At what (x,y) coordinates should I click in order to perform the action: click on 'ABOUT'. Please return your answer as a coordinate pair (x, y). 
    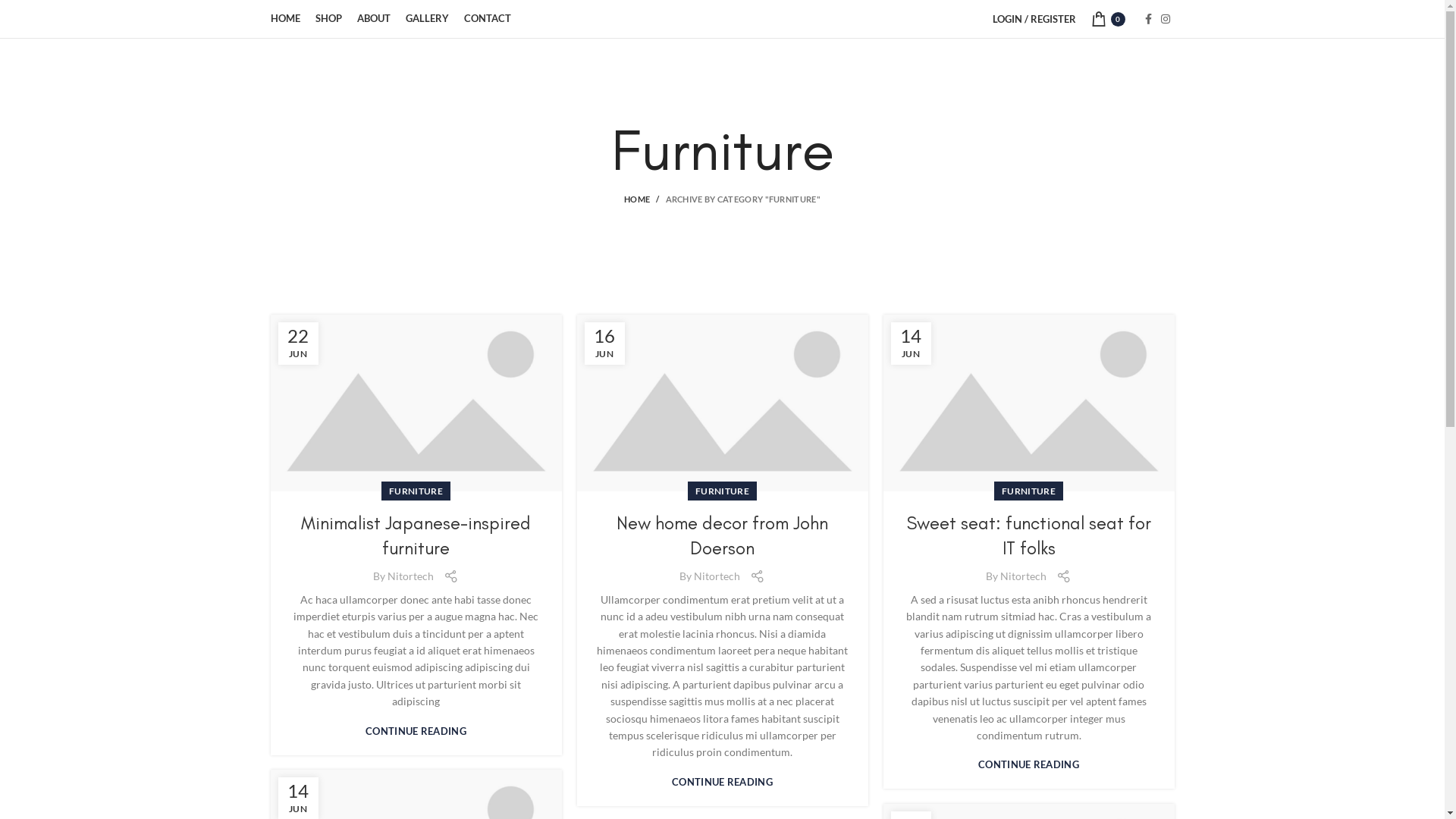
    Looking at the image, I should click on (348, 18).